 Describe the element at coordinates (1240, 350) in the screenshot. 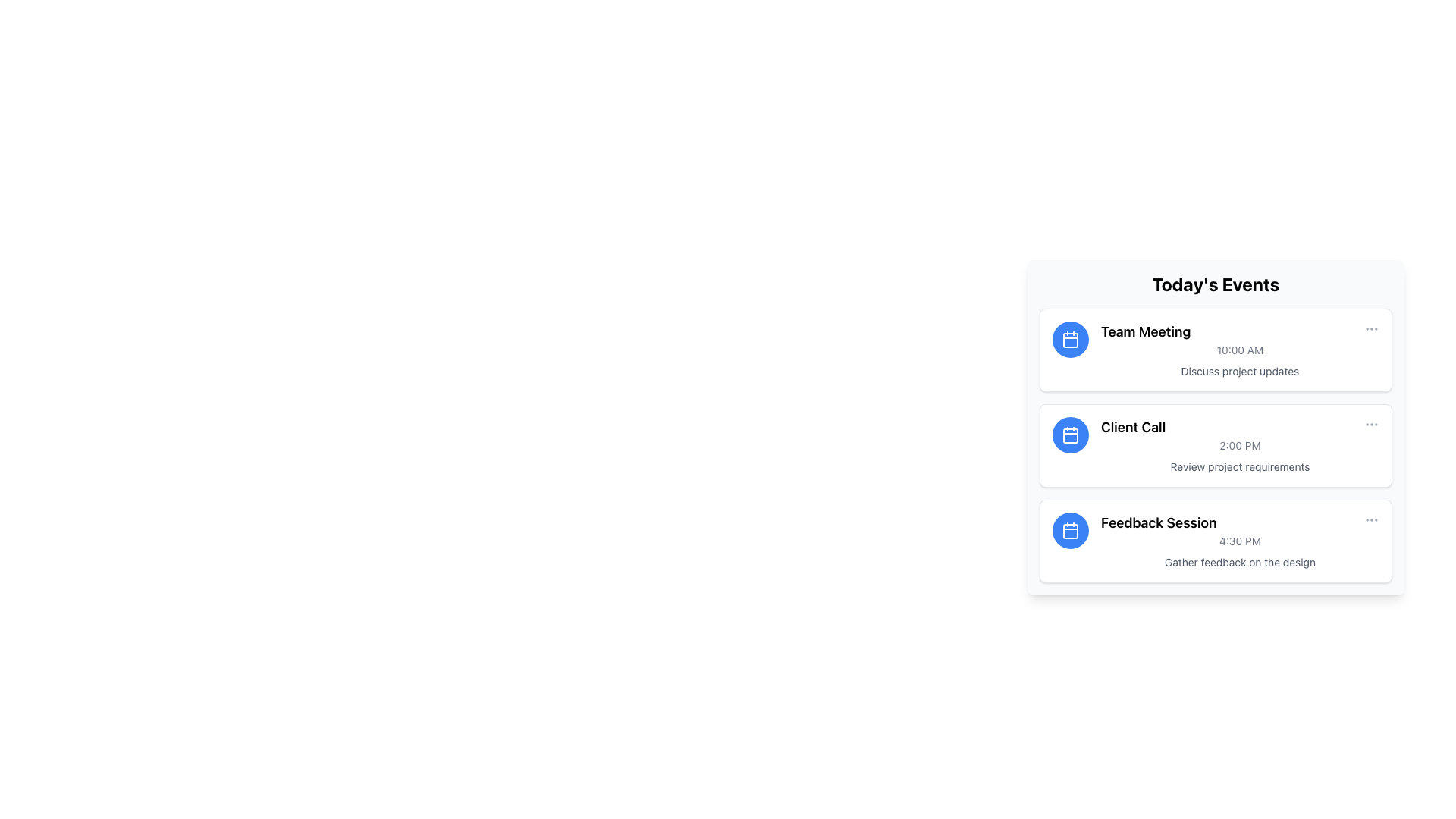

I see `the static text displaying '10:00 AM' which is located underneath the title 'Team Meeting' and above the description 'Discuss project updates' in the 'Today's Events' section` at that location.